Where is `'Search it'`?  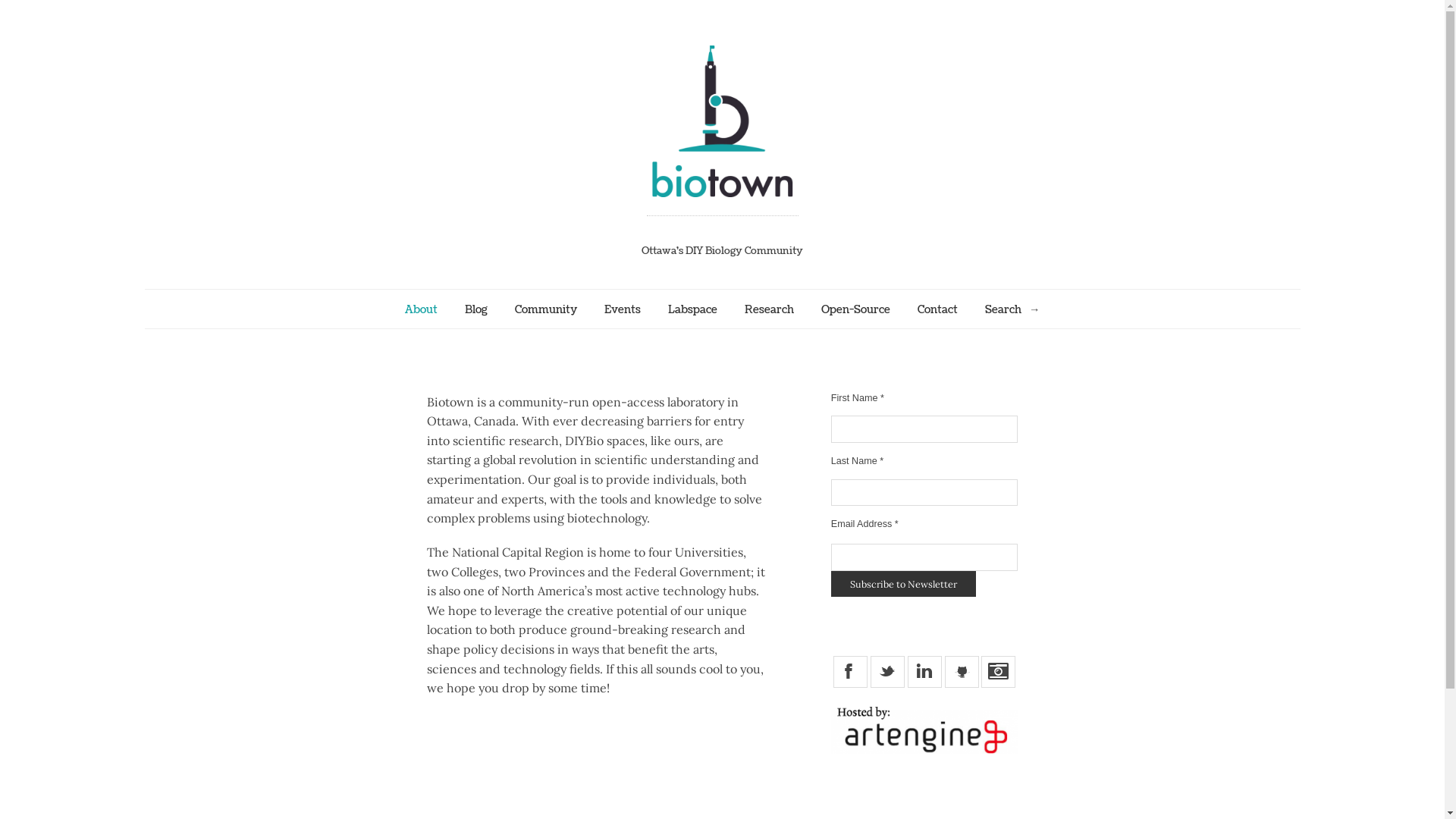
'Search it' is located at coordinates (1033, 309).